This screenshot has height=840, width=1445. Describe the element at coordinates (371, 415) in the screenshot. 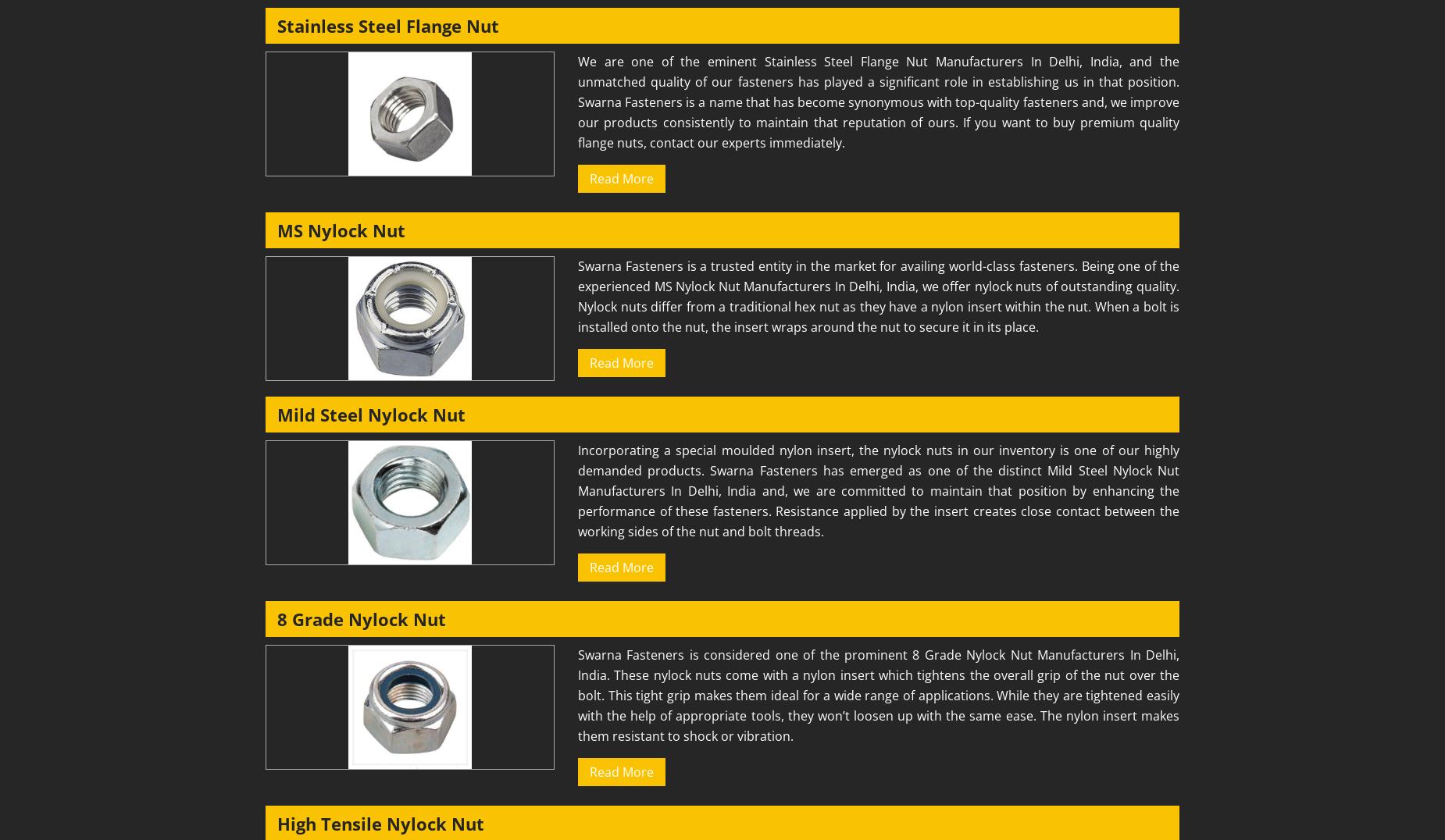

I see `'Mild Steel Nylock Nut'` at that location.